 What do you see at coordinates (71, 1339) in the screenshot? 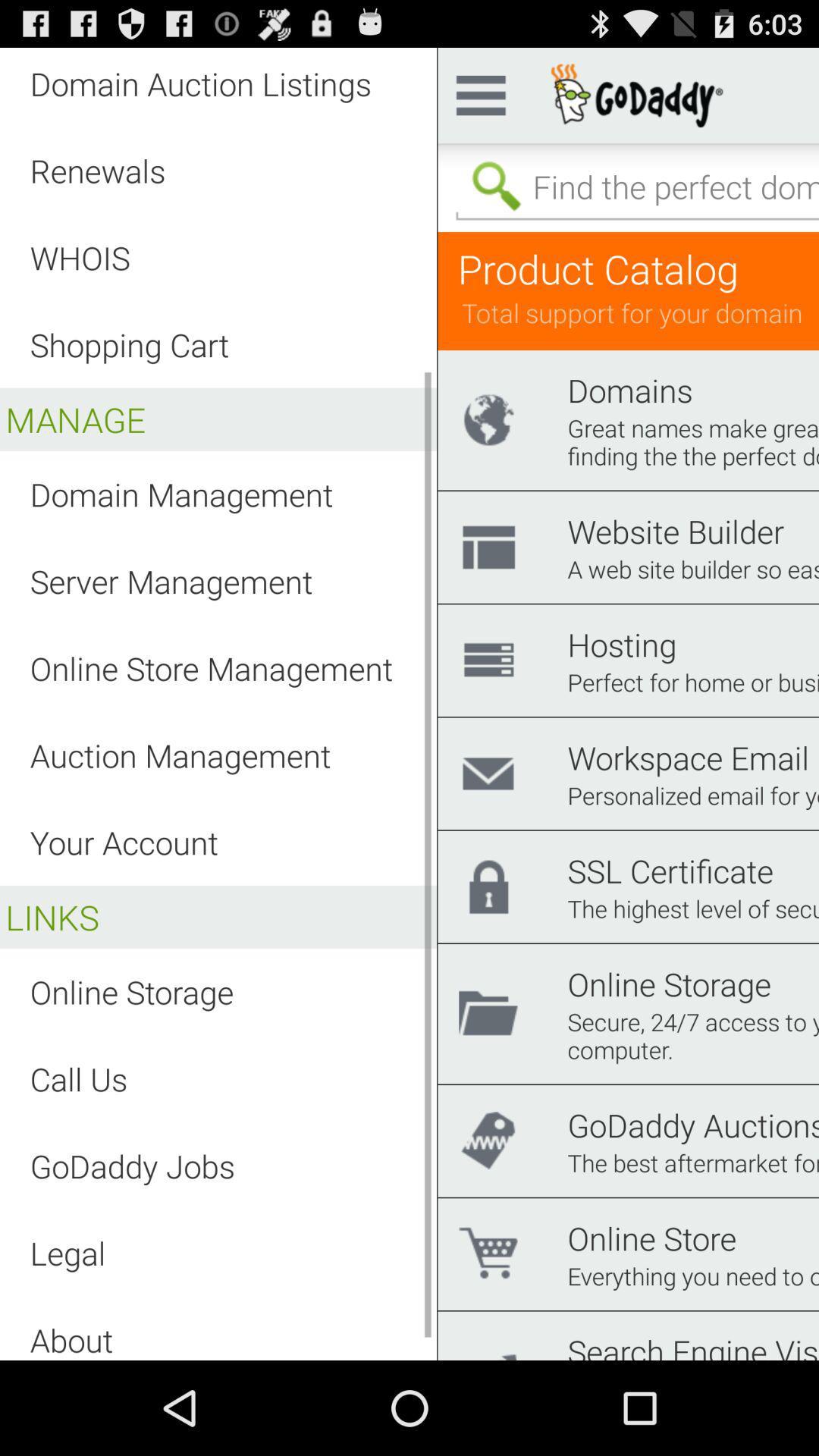
I see `about app` at bounding box center [71, 1339].